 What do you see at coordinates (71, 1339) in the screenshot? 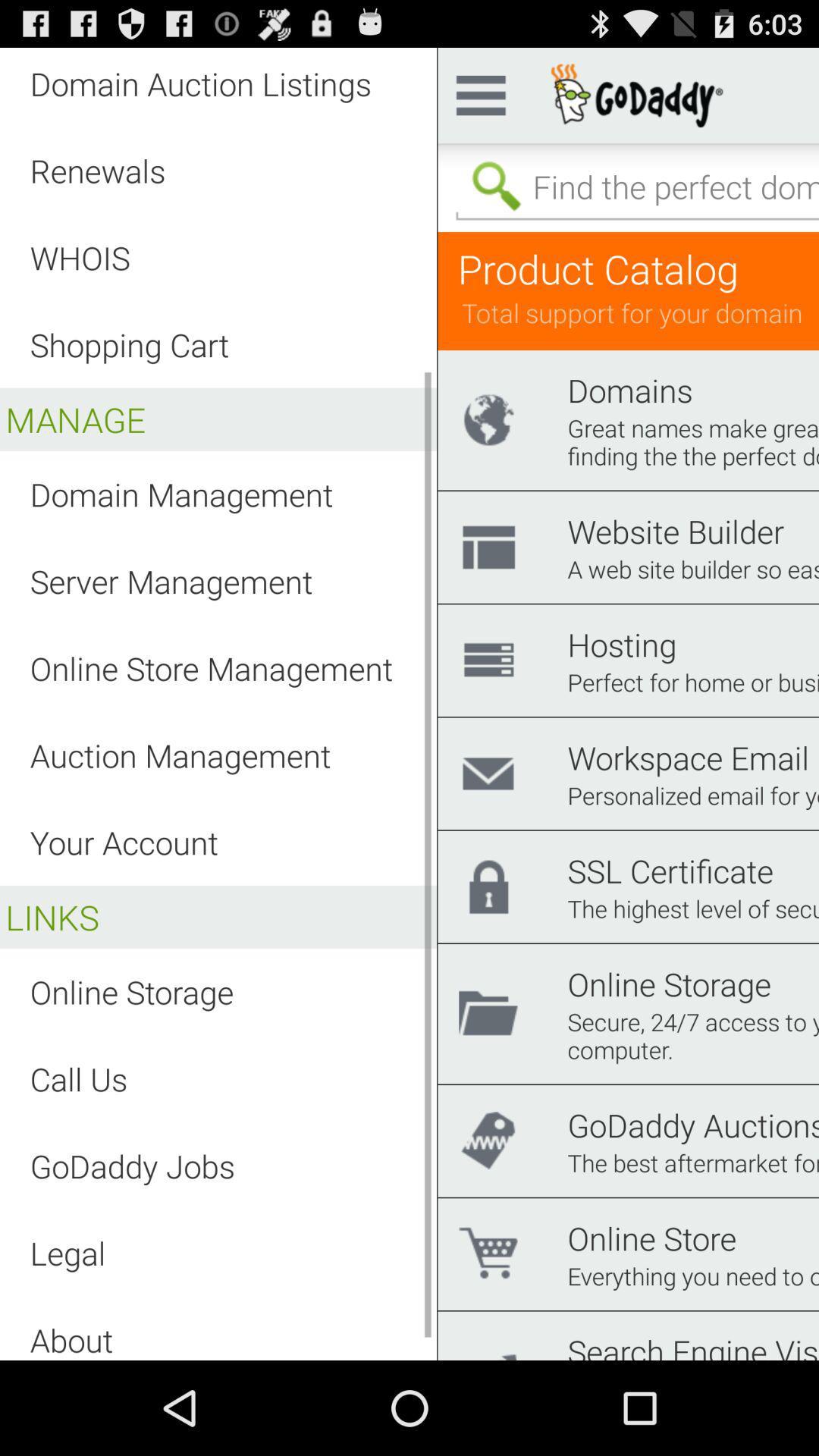
I see `about app` at bounding box center [71, 1339].